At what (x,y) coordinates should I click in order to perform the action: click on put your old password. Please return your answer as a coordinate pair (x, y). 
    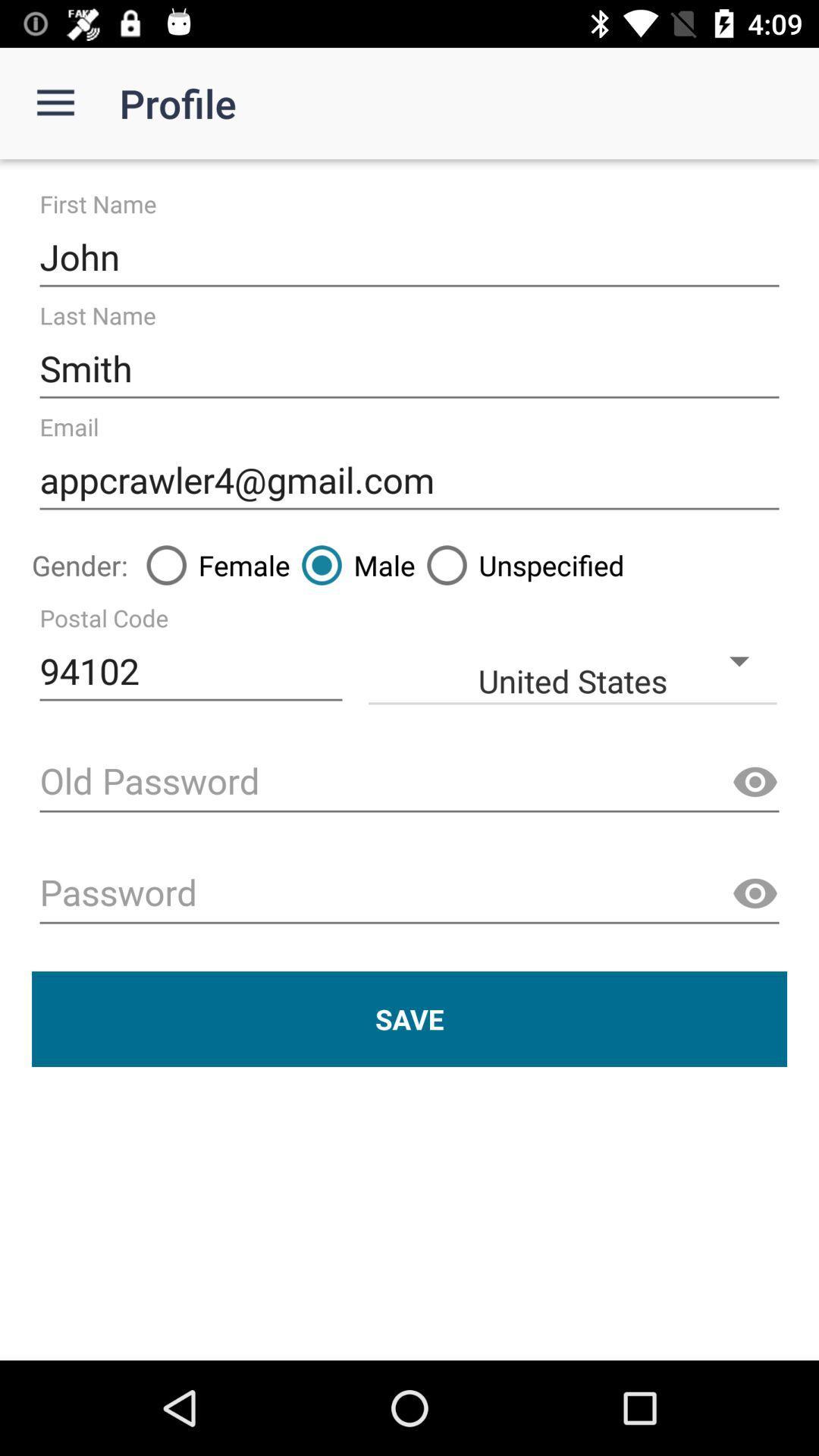
    Looking at the image, I should click on (409, 783).